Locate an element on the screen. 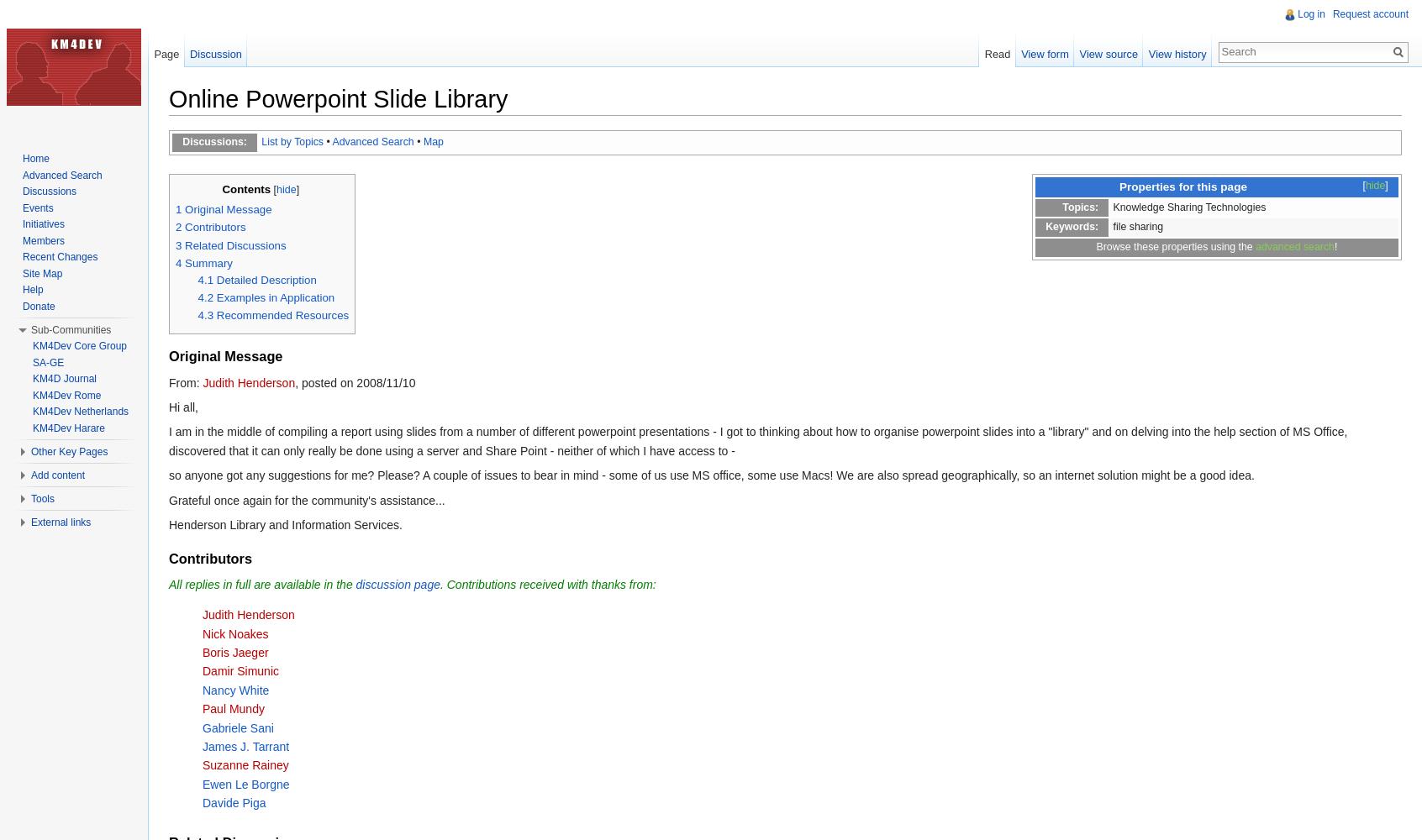 Image resolution: width=1422 pixels, height=840 pixels. 'Advanced Search' is located at coordinates (371, 141).